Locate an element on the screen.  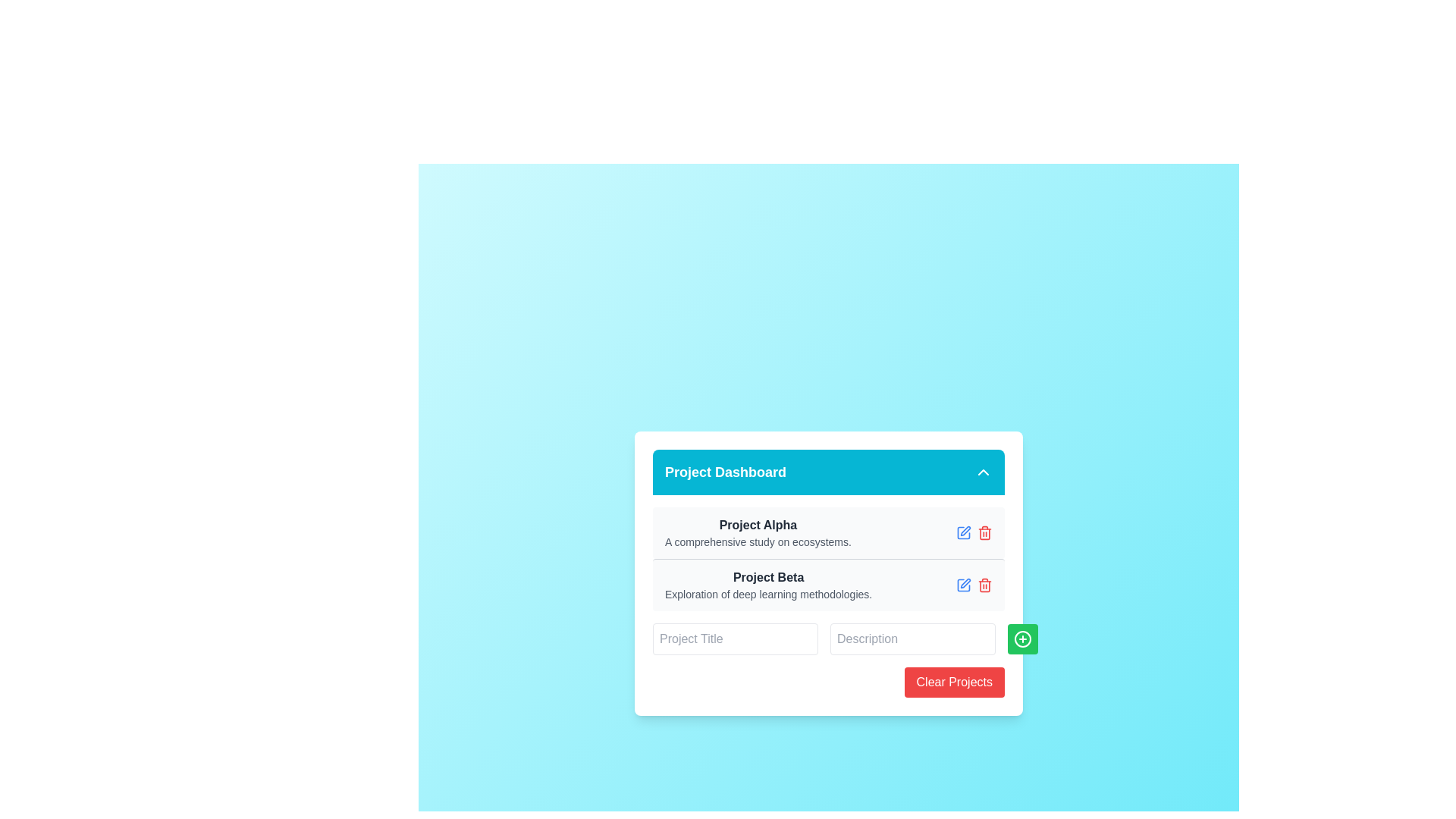
the pencil-like edit icon located in the center-right section of the 'Project Beta' entry row is located at coordinates (965, 582).